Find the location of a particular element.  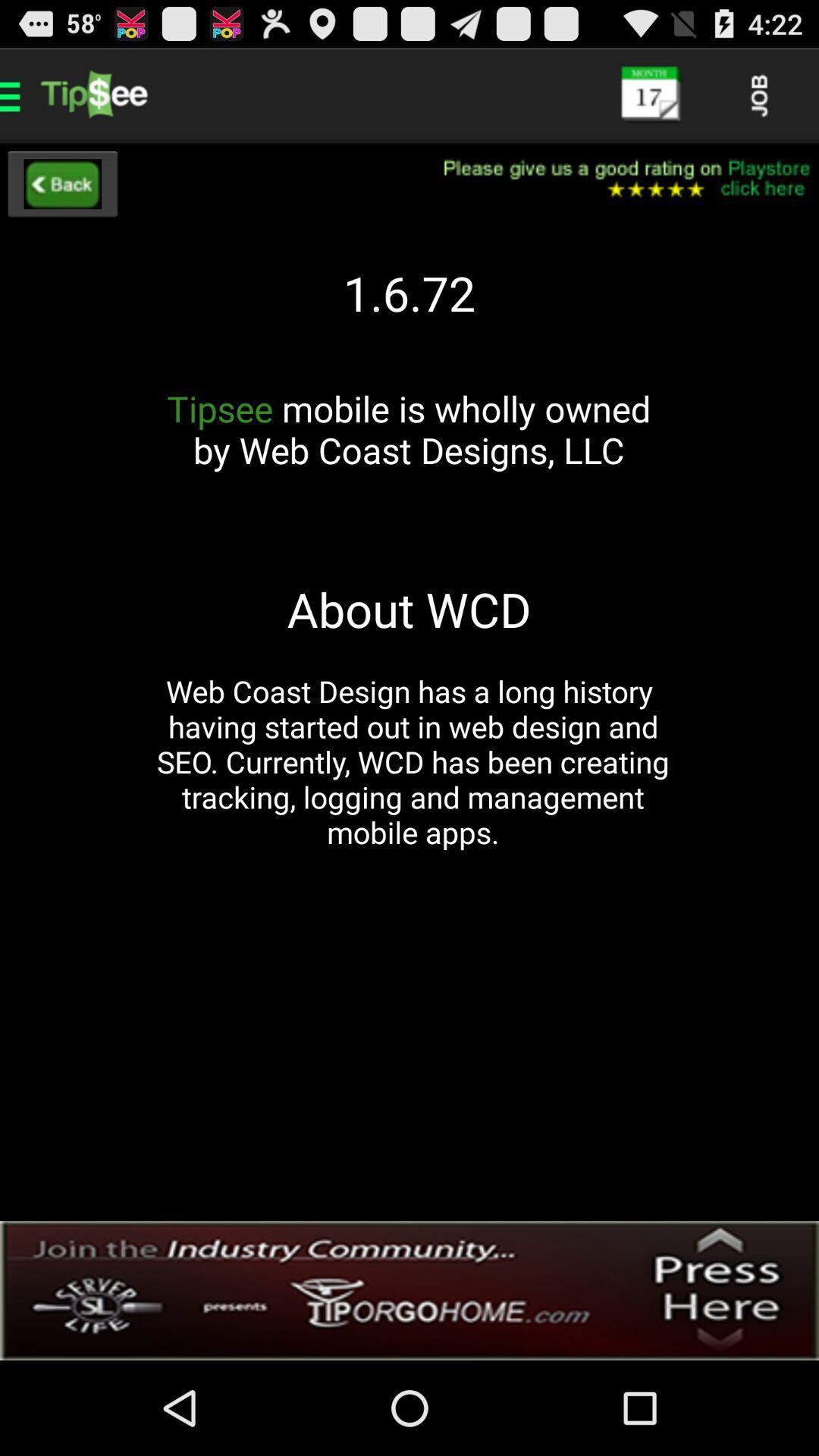

tipsee mobile is item is located at coordinates (408, 450).